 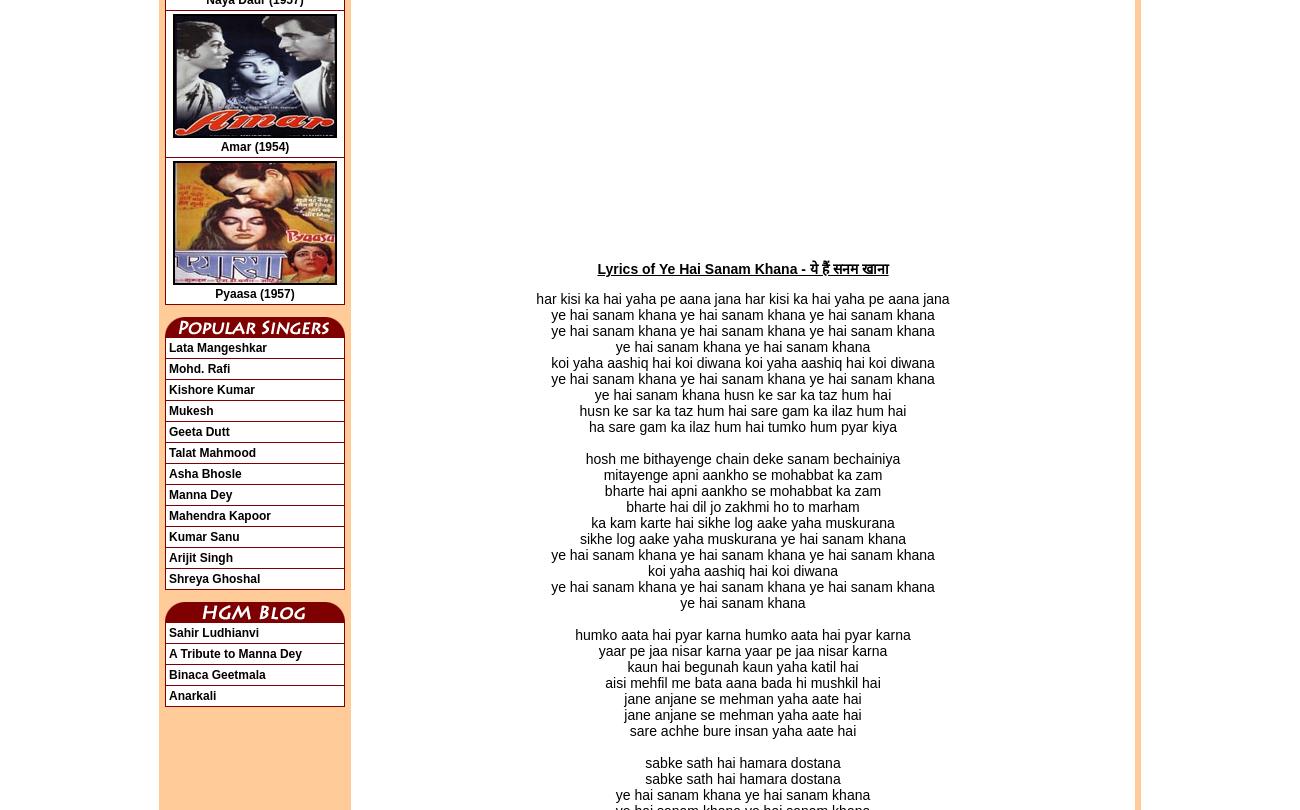 What do you see at coordinates (648, 570) in the screenshot?
I see `'koi yaha aashiq hai koi diwana'` at bounding box center [648, 570].